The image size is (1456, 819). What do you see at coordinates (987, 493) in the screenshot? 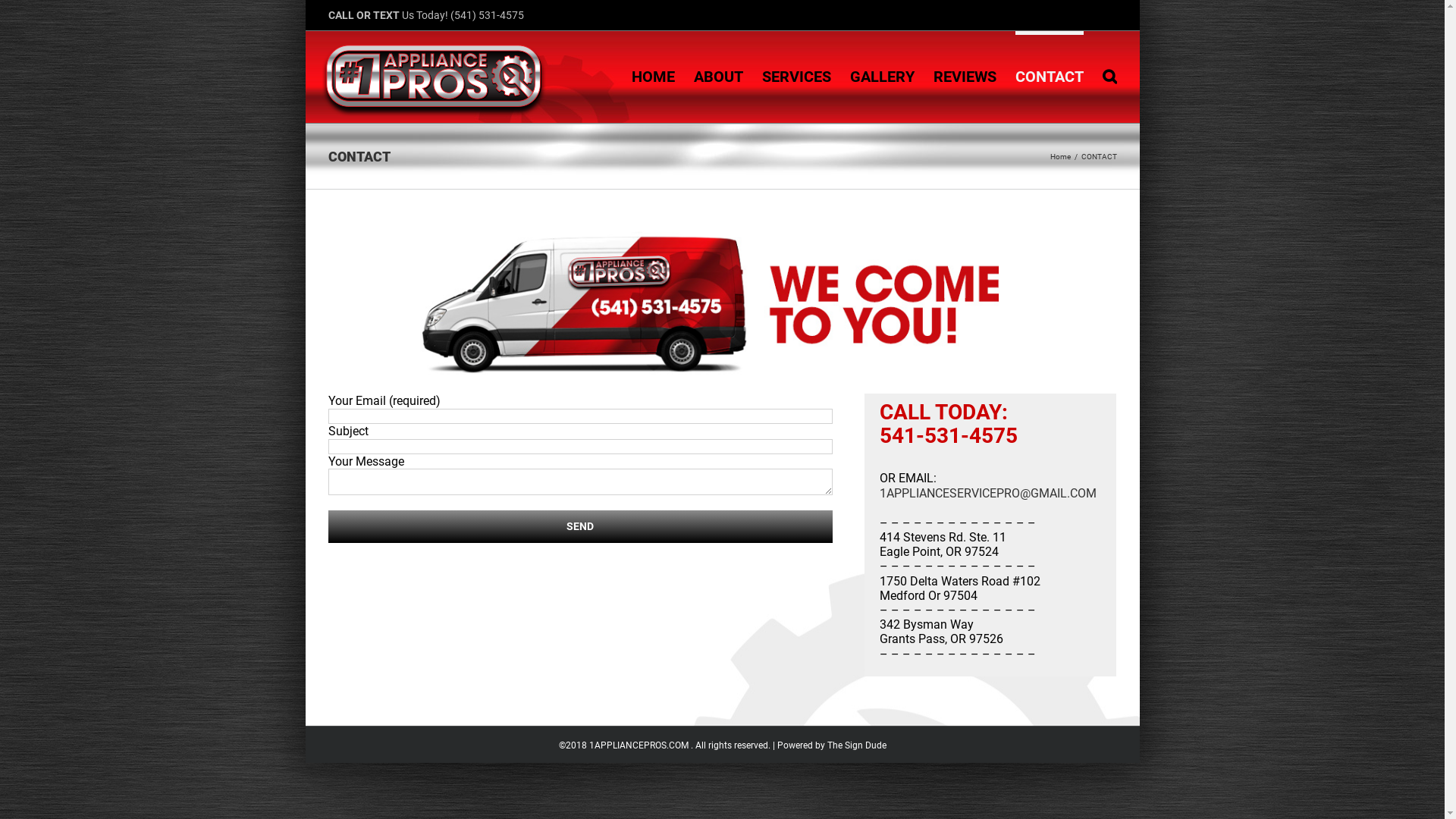
I see `'1APPLIANCESERVICEPRO@GMAIL.COM'` at bounding box center [987, 493].